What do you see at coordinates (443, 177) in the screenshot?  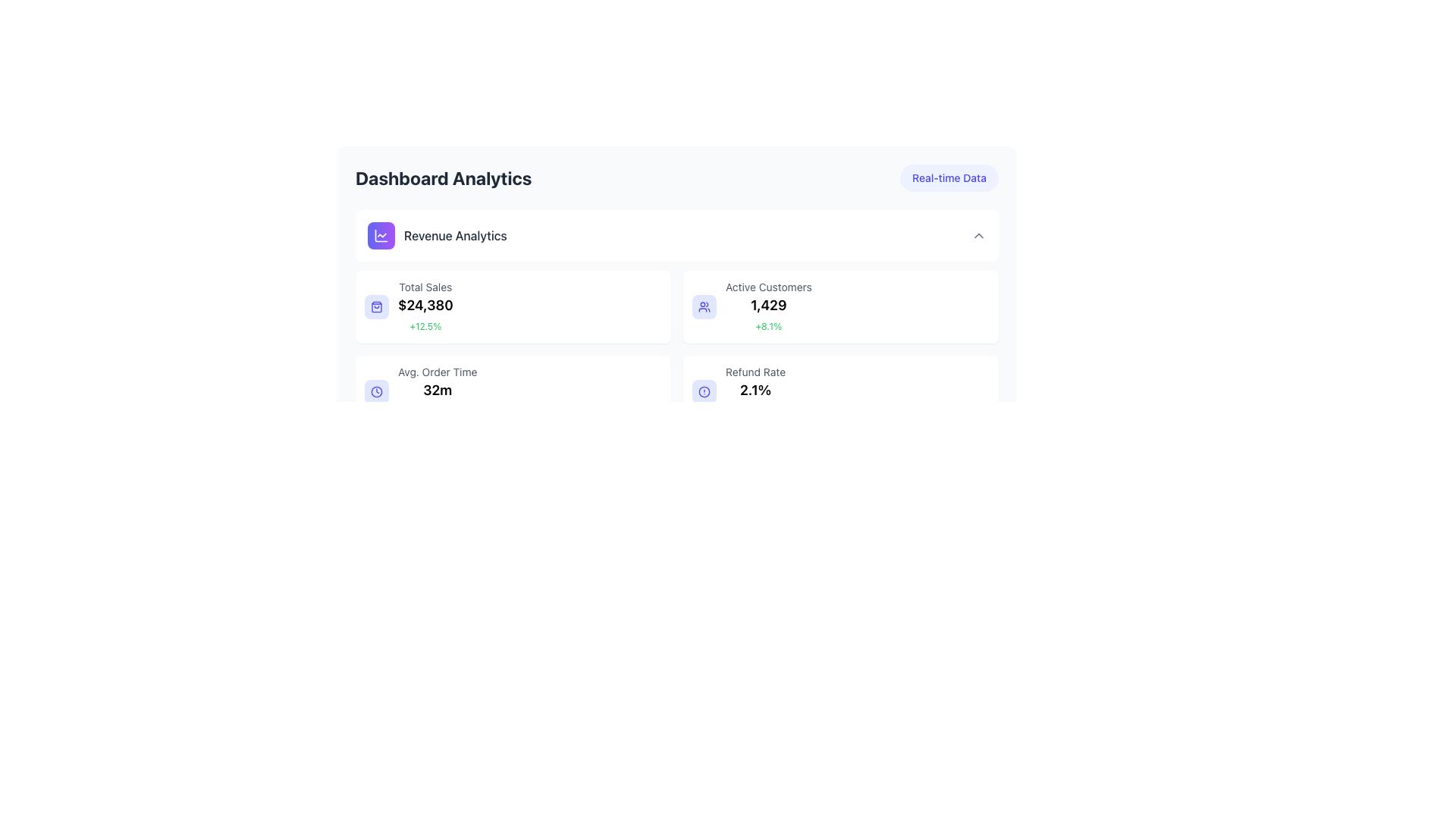 I see `the non-interactive Text Label that serves as a title or header, positioned on the left side of the interface` at bounding box center [443, 177].